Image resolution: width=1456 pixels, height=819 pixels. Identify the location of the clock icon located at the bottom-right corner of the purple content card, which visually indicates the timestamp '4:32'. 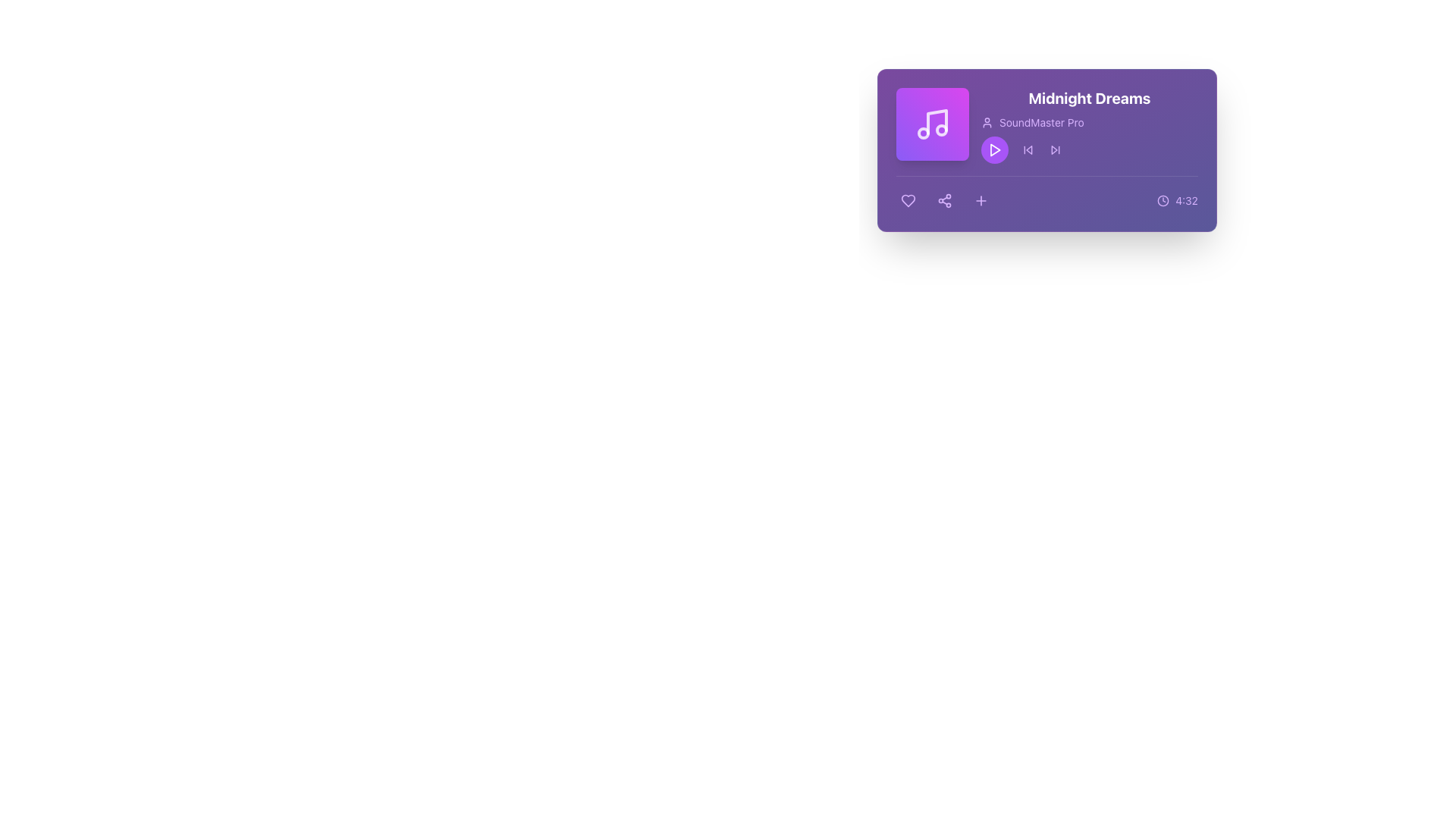
(1163, 200).